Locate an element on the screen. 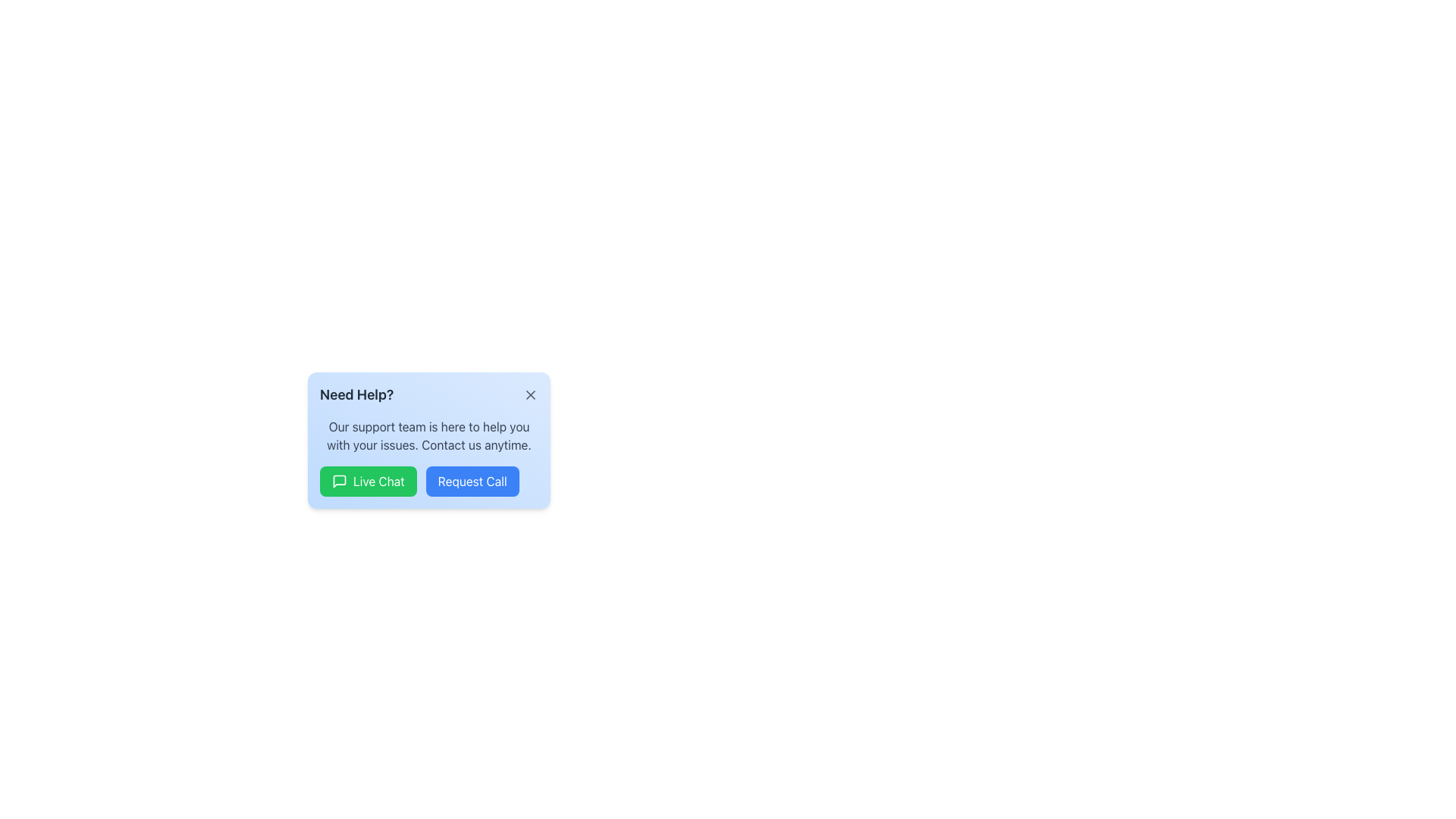  the close button located in the top-right corner of the 'Need Help?' popup window is located at coordinates (531, 394).